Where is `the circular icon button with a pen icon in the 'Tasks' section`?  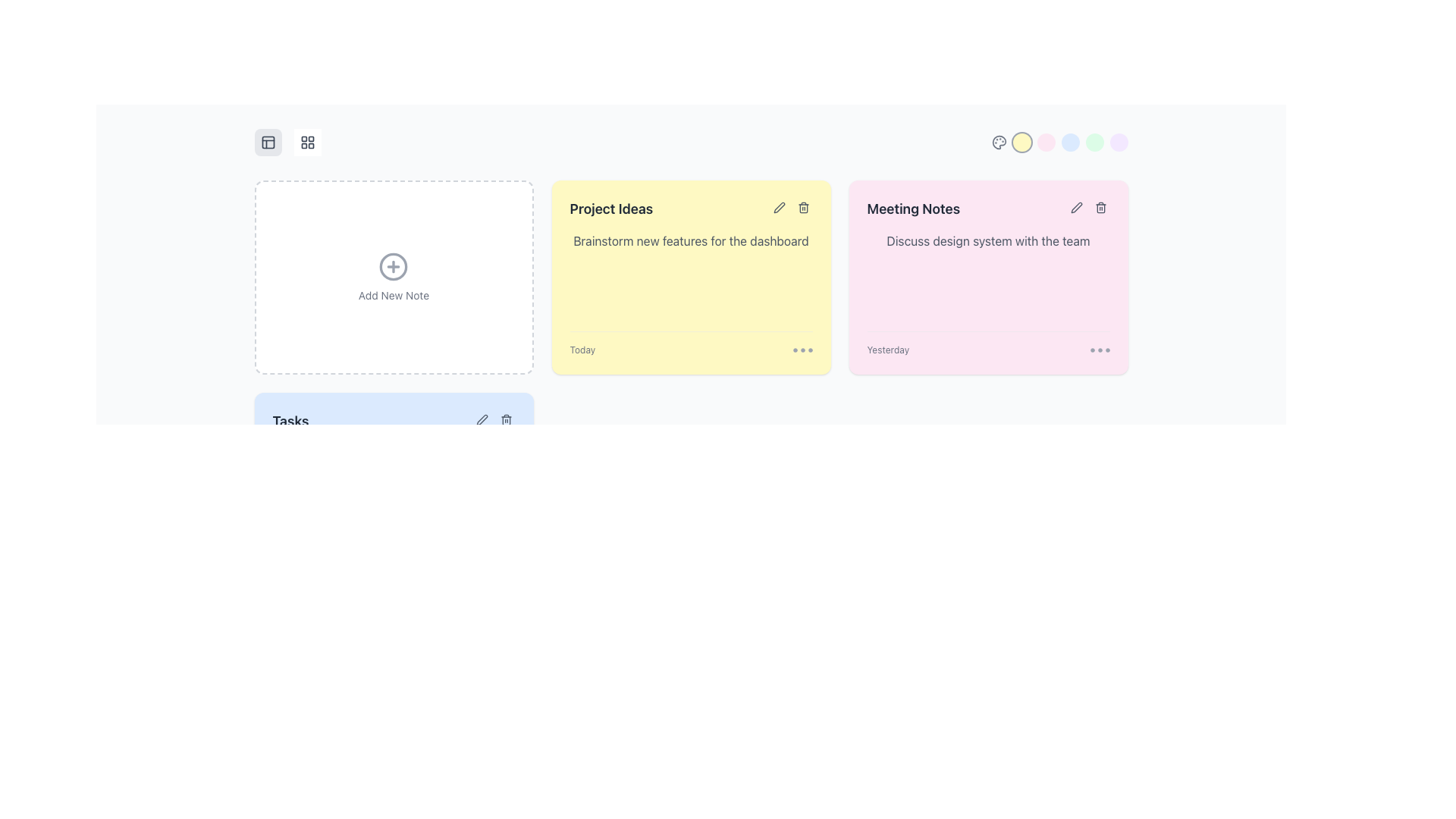 the circular icon button with a pen icon in the 'Tasks' section is located at coordinates (481, 420).